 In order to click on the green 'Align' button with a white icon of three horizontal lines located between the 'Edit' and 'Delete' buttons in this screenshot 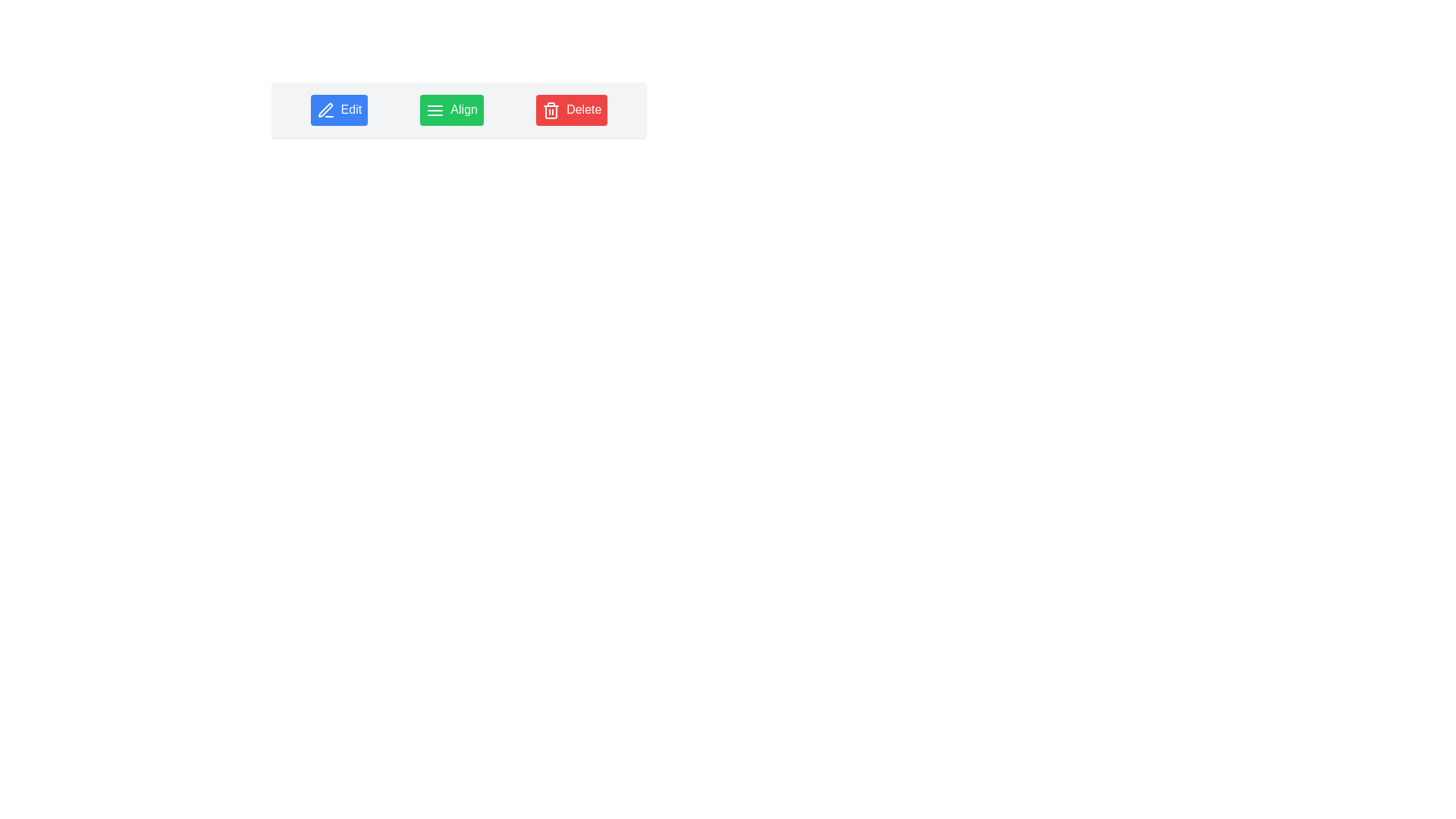, I will do `click(451, 109)`.